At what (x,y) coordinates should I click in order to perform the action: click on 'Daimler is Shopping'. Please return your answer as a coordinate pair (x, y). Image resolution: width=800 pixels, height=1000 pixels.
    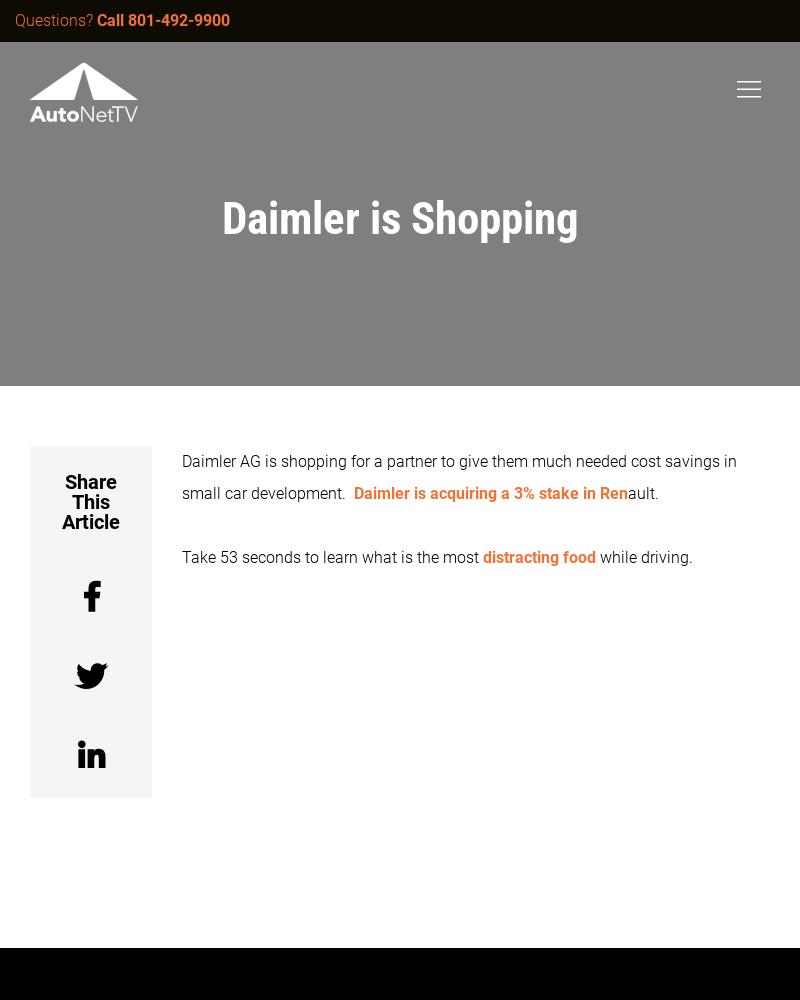
    Looking at the image, I should click on (398, 217).